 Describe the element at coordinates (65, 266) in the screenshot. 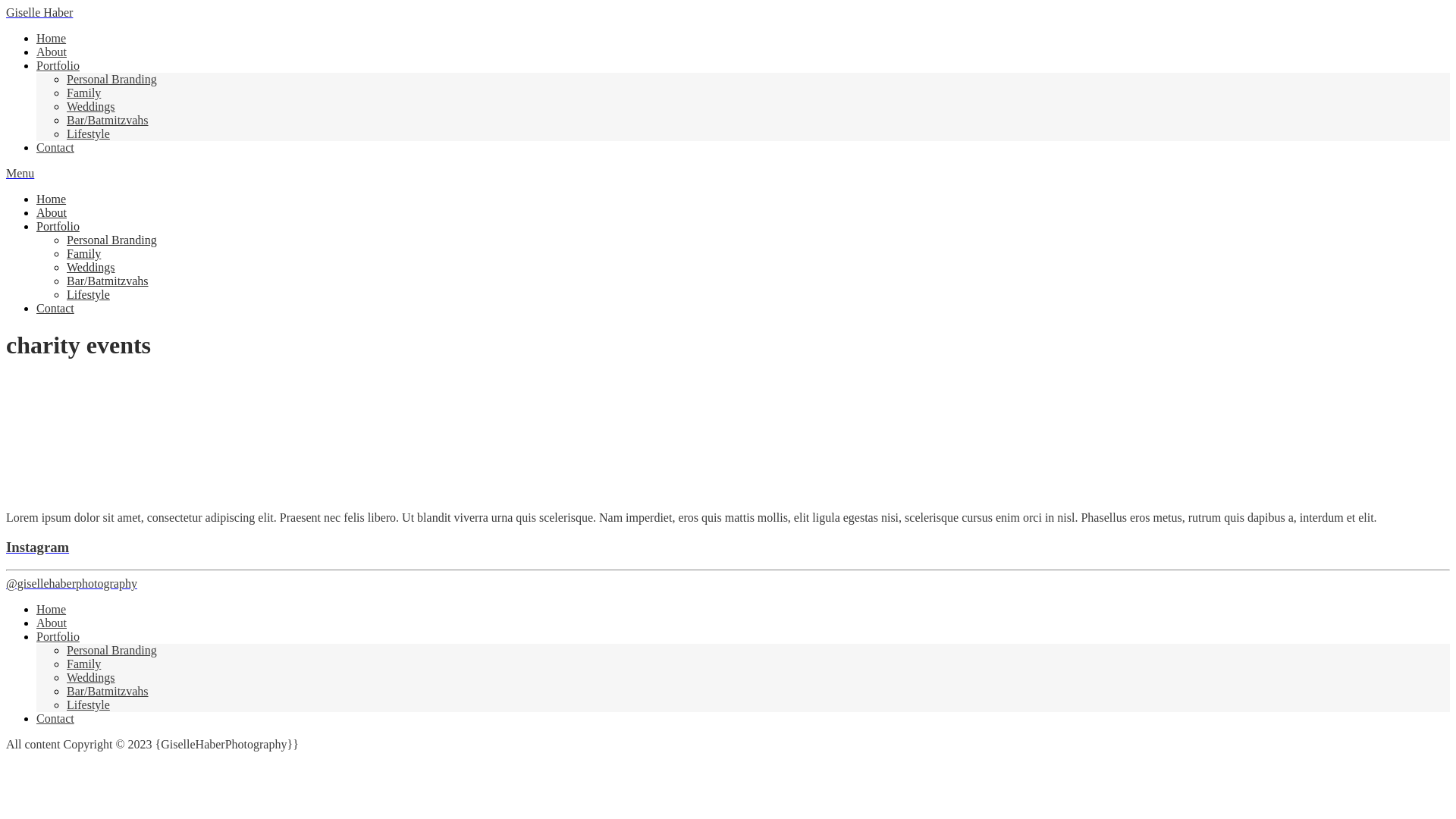

I see `'Weddings'` at that location.